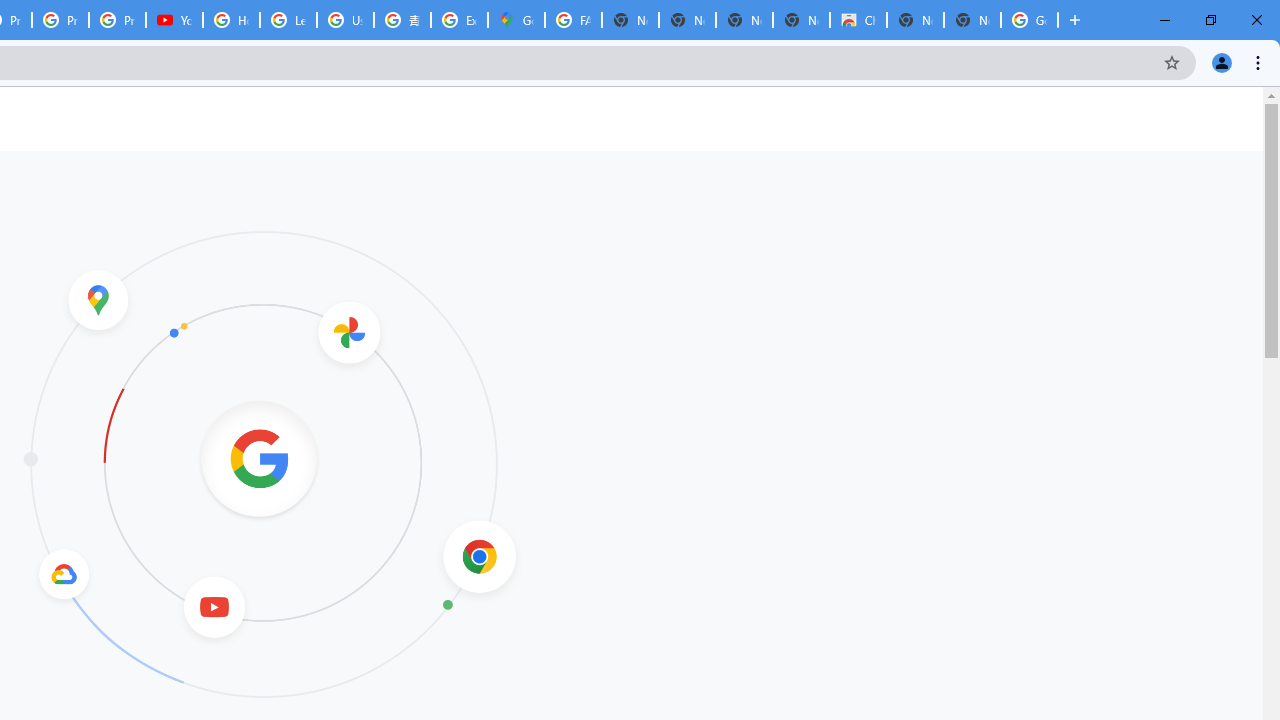  I want to click on 'Privacy Checkup', so click(60, 20).